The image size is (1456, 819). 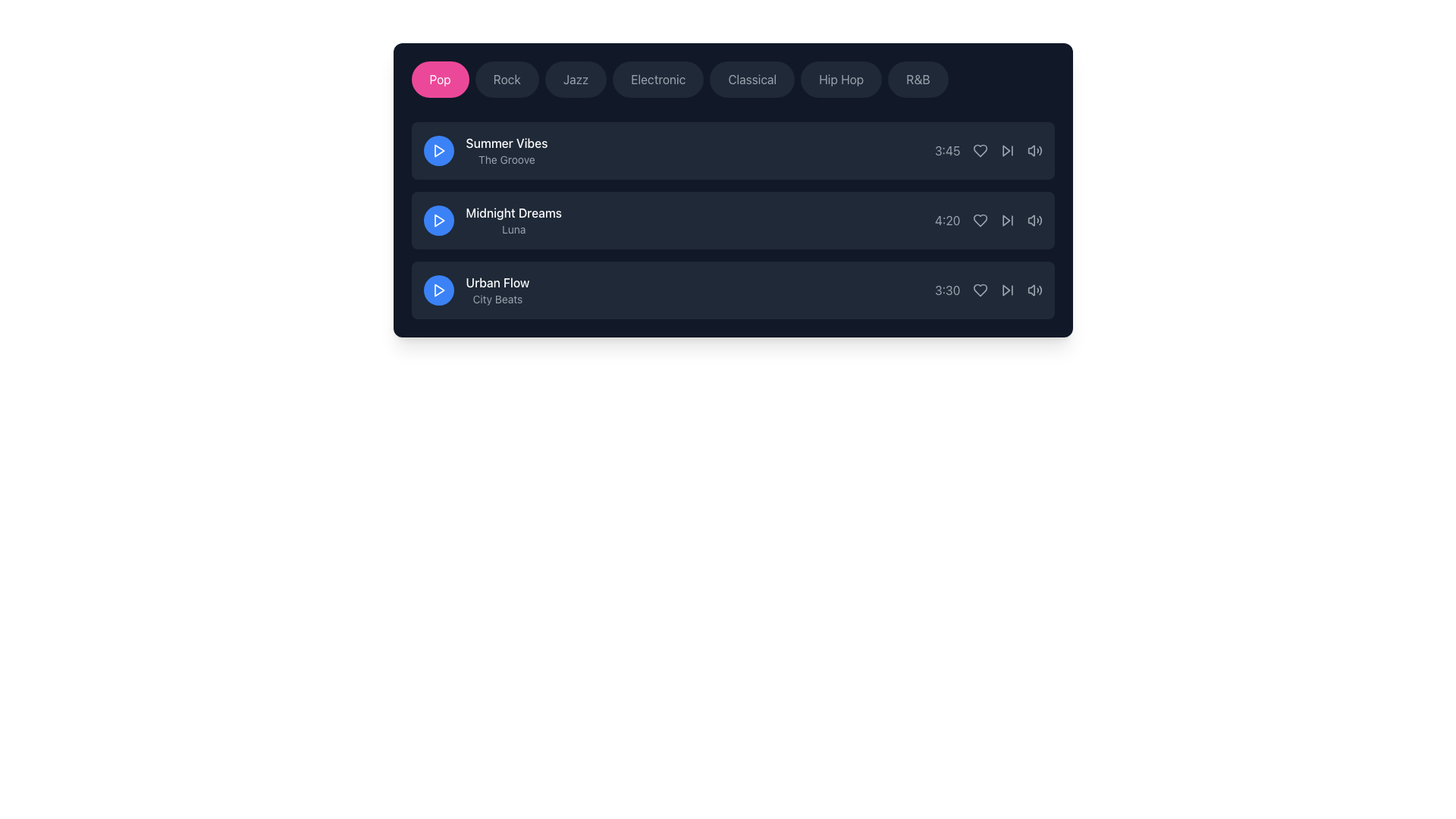 What do you see at coordinates (497, 283) in the screenshot?
I see `the title text label of the track in the music application, which is positioned above the subtitle 'City Beats' and to the left of the play button` at bounding box center [497, 283].